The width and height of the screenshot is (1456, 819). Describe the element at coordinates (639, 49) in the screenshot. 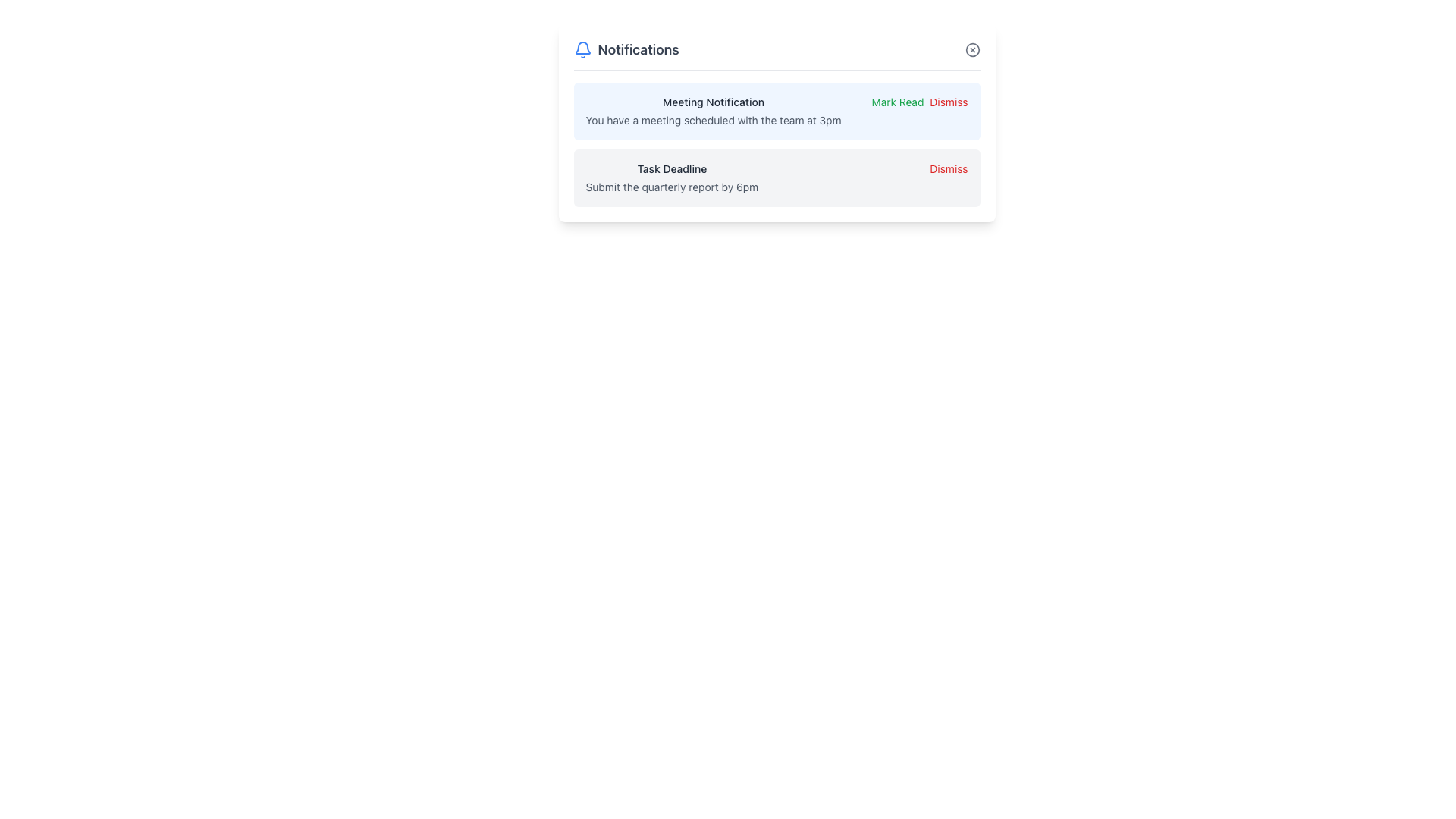

I see `the Static Text Label that indicates the notifications section at the top-center of the notification panel` at that location.